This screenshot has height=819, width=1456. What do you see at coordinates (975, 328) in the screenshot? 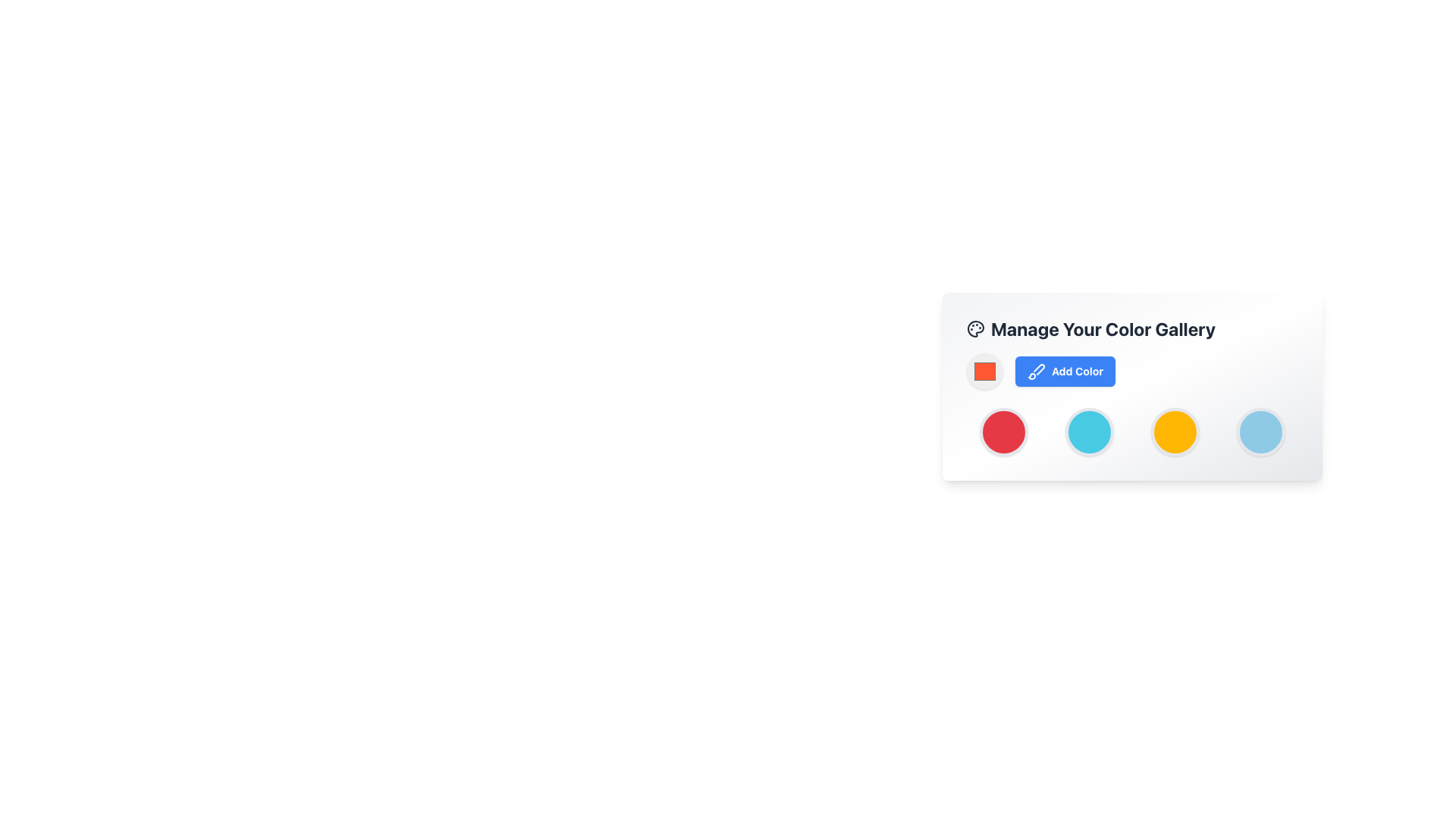
I see `the Decorative Icon resembling a palette, located to the left of the 'Manage Your Color Gallery' text in the header section` at bounding box center [975, 328].